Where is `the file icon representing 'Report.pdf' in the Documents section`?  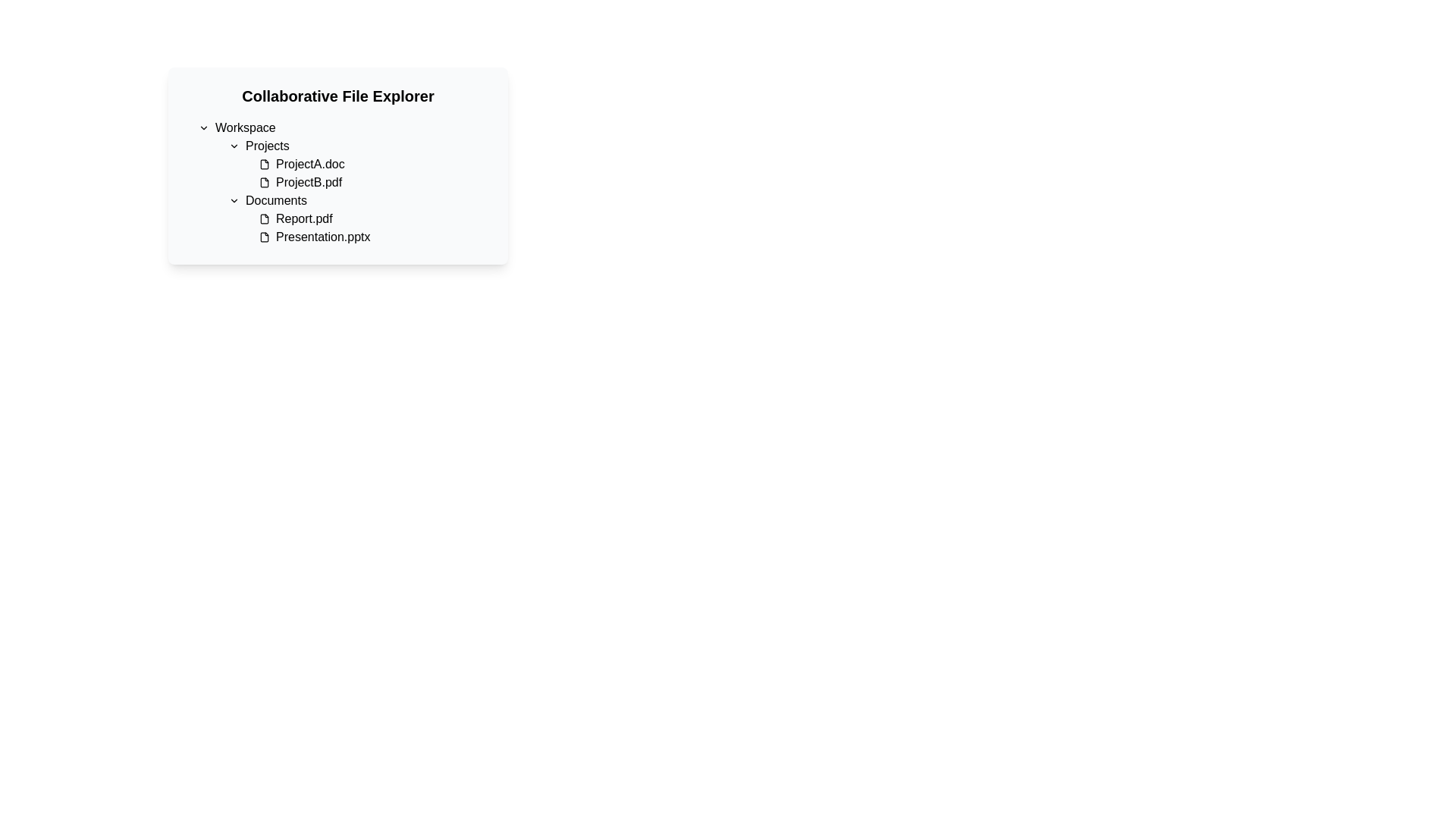 the file icon representing 'Report.pdf' in the Documents section is located at coordinates (265, 219).